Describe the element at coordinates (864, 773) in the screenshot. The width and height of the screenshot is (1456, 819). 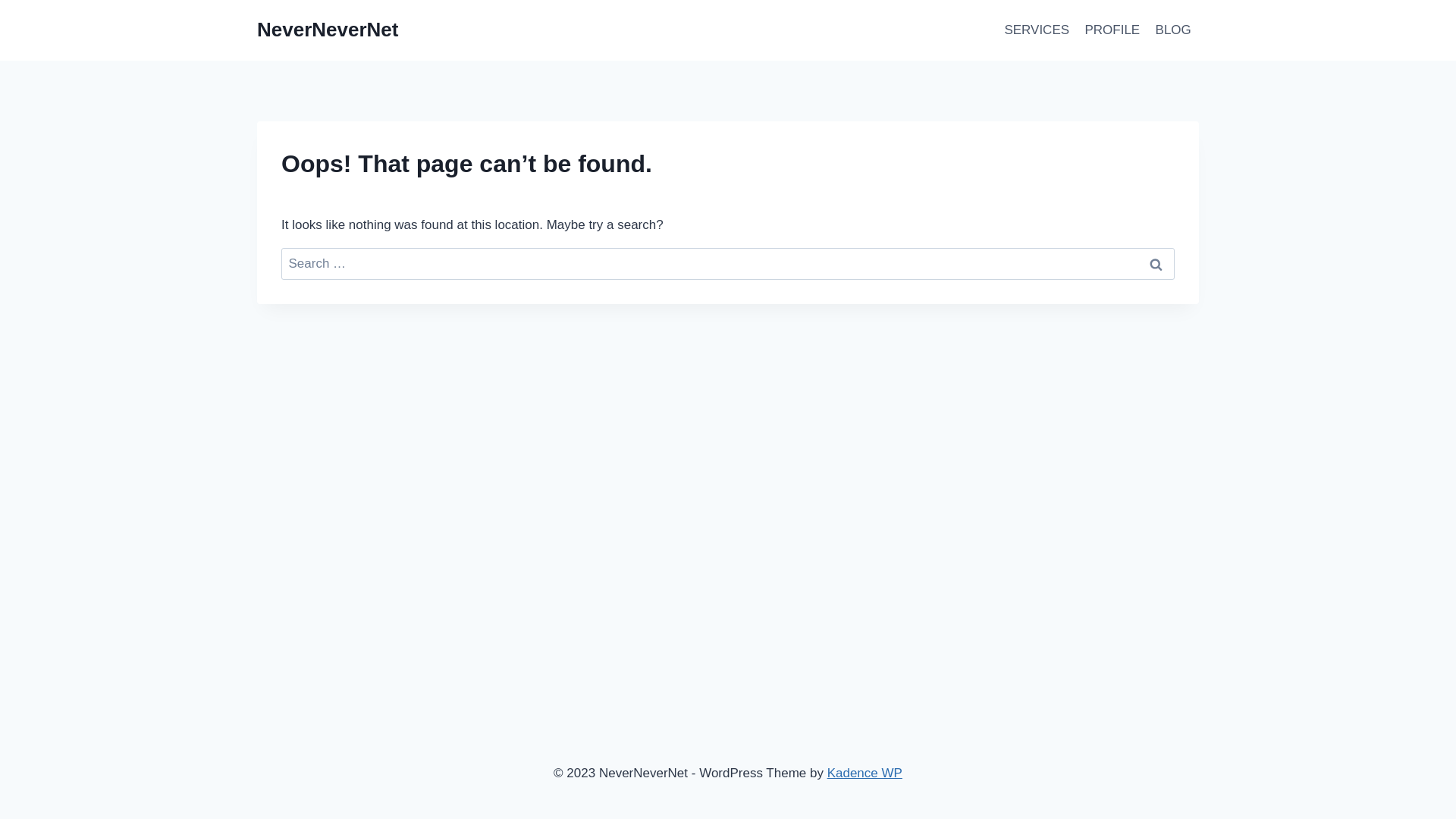
I see `'Kadence WP'` at that location.